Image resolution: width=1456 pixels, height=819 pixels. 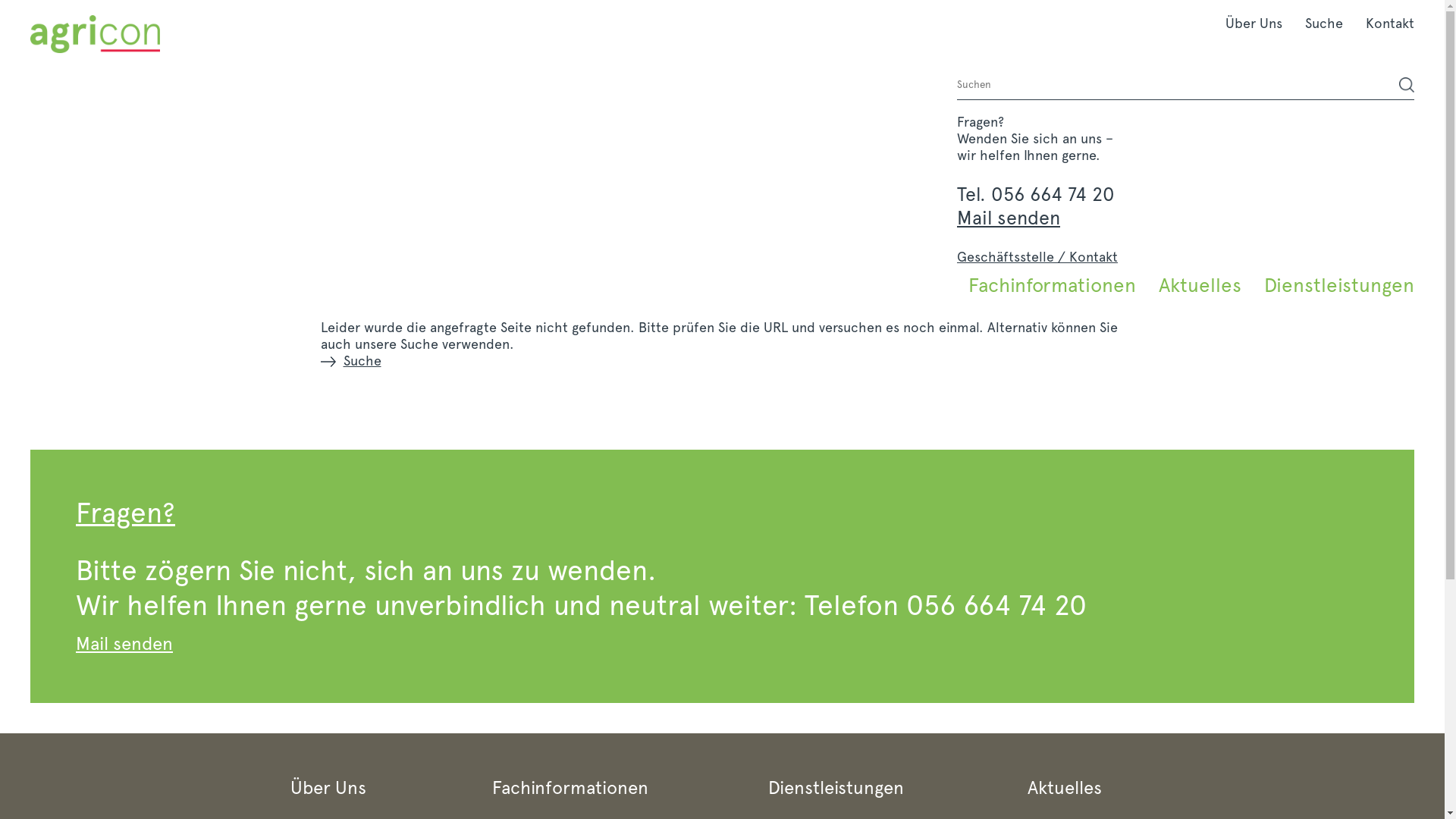 What do you see at coordinates (1332, 284) in the screenshot?
I see `'Dienstleistungen'` at bounding box center [1332, 284].